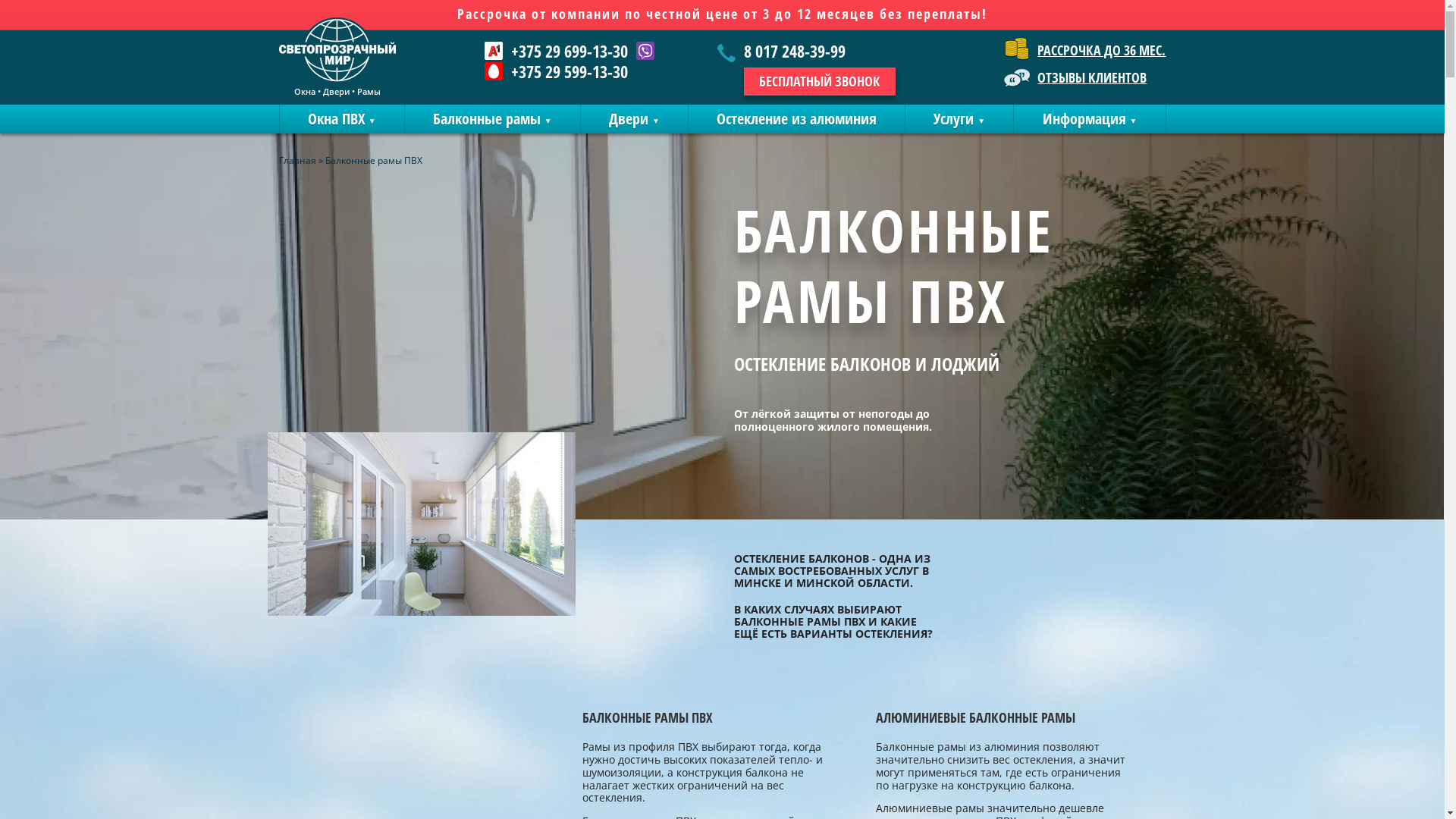  Describe the element at coordinates (510, 71) in the screenshot. I see `'+375 29 599-13-30'` at that location.